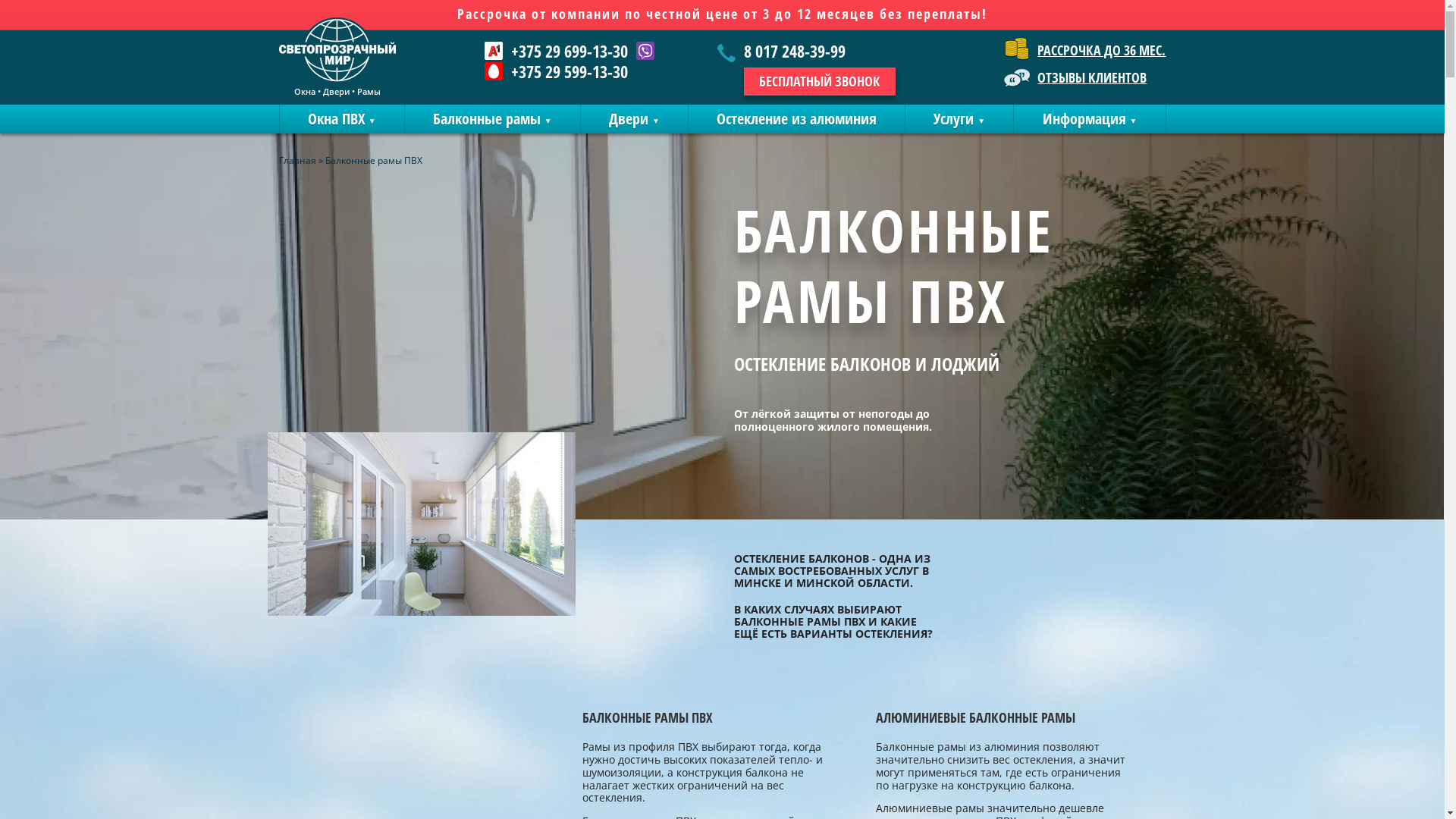  Describe the element at coordinates (510, 71) in the screenshot. I see `'+375 29 599-13-30'` at that location.